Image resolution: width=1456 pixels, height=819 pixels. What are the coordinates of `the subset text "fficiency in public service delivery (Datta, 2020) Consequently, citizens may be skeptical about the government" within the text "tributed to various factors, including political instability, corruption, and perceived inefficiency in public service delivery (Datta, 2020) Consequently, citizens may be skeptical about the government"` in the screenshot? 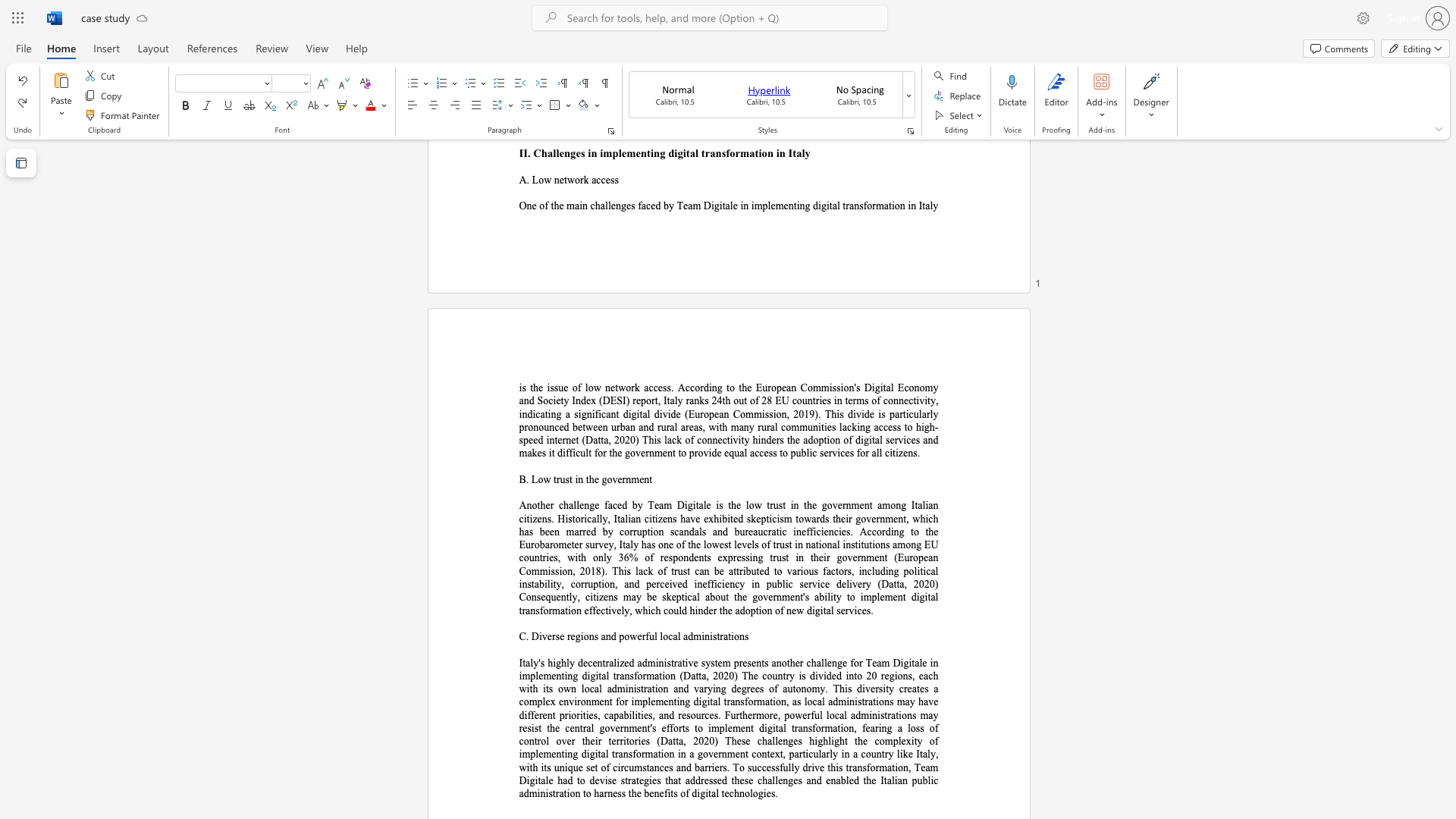 It's located at (706, 583).